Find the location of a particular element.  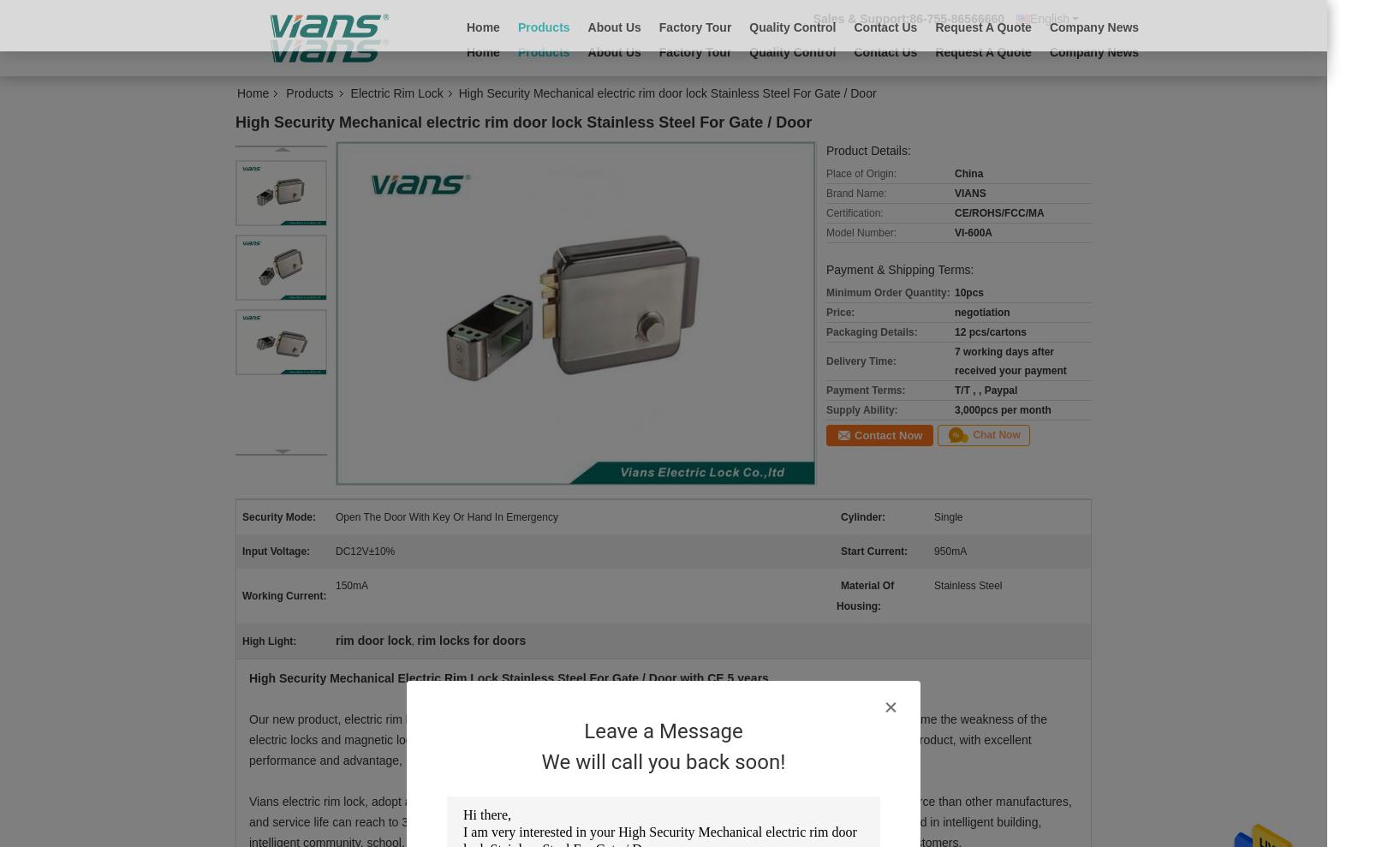

'Input Voltage:' is located at coordinates (275, 552).